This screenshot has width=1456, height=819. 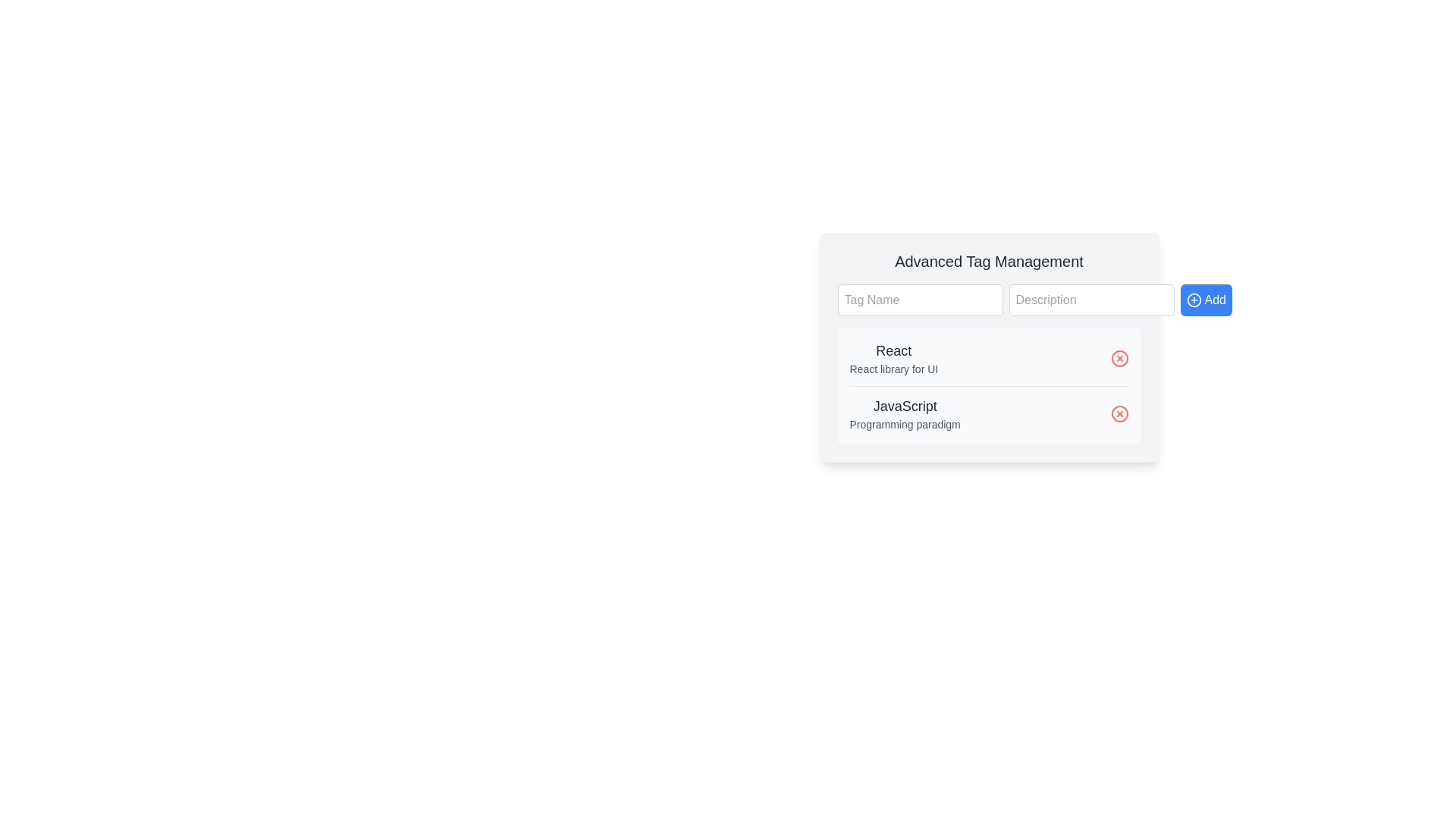 What do you see at coordinates (905, 414) in the screenshot?
I see `the 'JavaScript' text label for accessibility tools` at bounding box center [905, 414].